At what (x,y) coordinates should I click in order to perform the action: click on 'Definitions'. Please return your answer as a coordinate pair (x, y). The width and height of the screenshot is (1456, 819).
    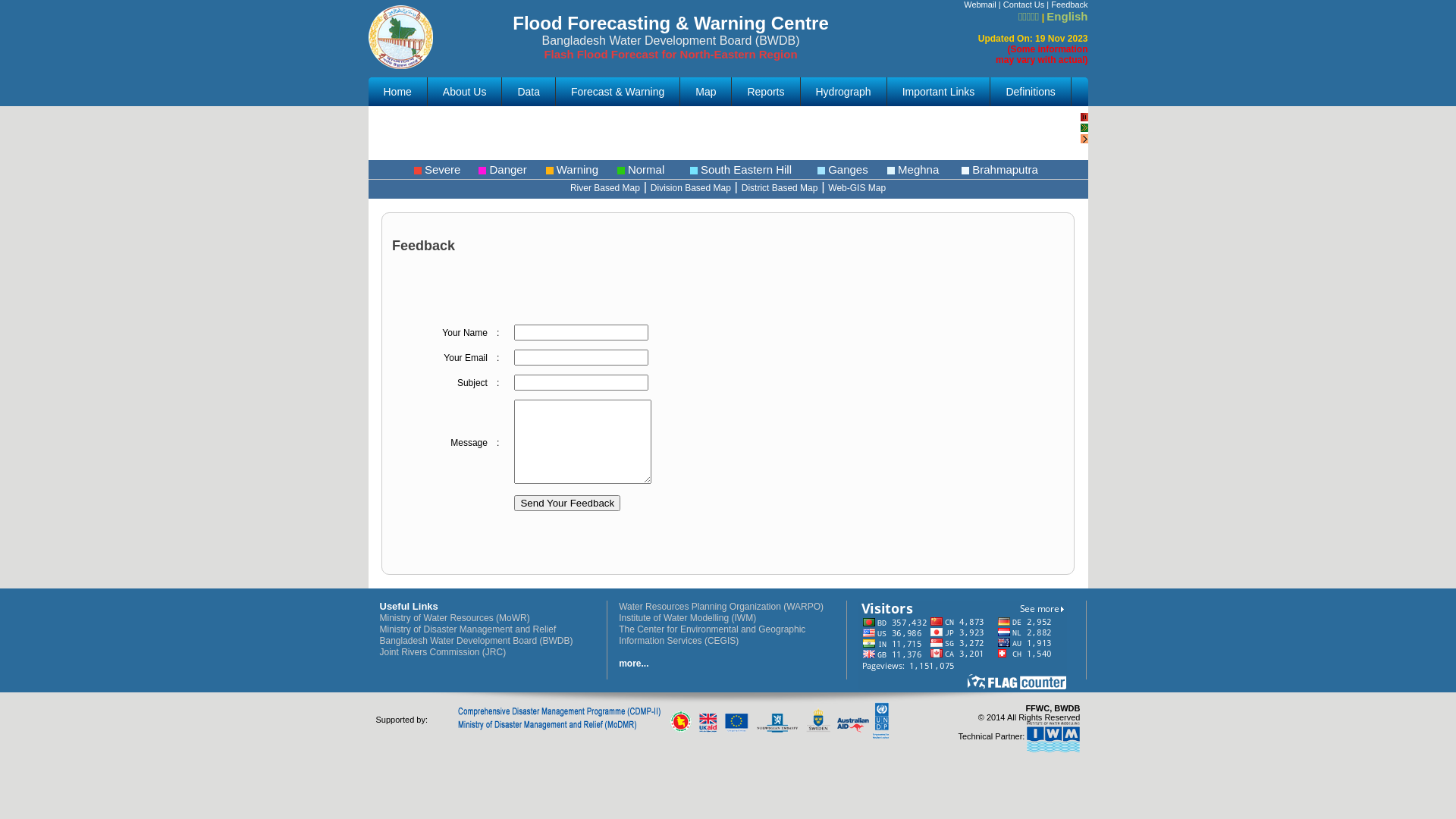
    Looking at the image, I should click on (1030, 91).